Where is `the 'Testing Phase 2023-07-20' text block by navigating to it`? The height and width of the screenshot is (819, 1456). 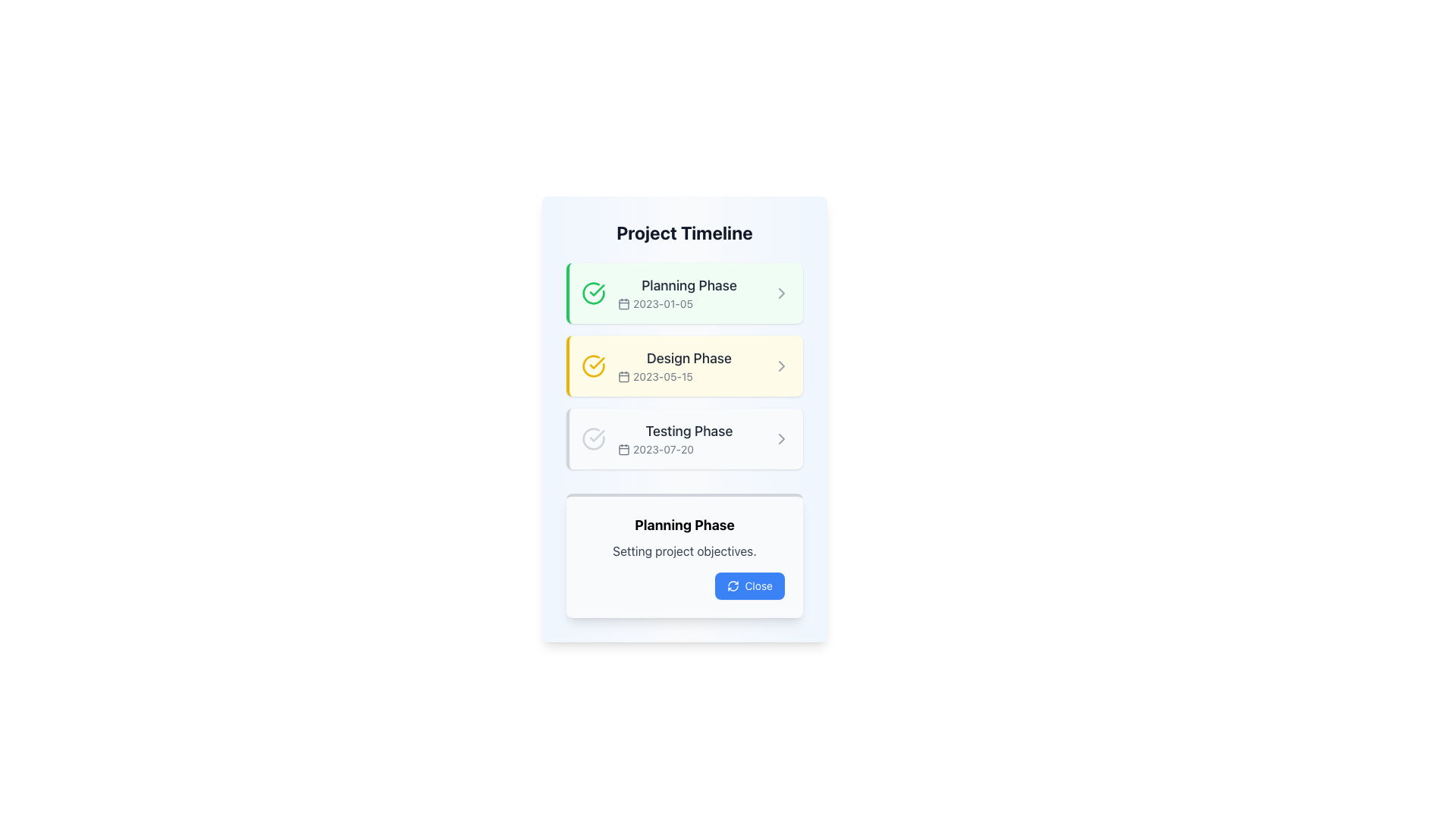 the 'Testing Phase 2023-07-20' text block by navigating to it is located at coordinates (688, 438).